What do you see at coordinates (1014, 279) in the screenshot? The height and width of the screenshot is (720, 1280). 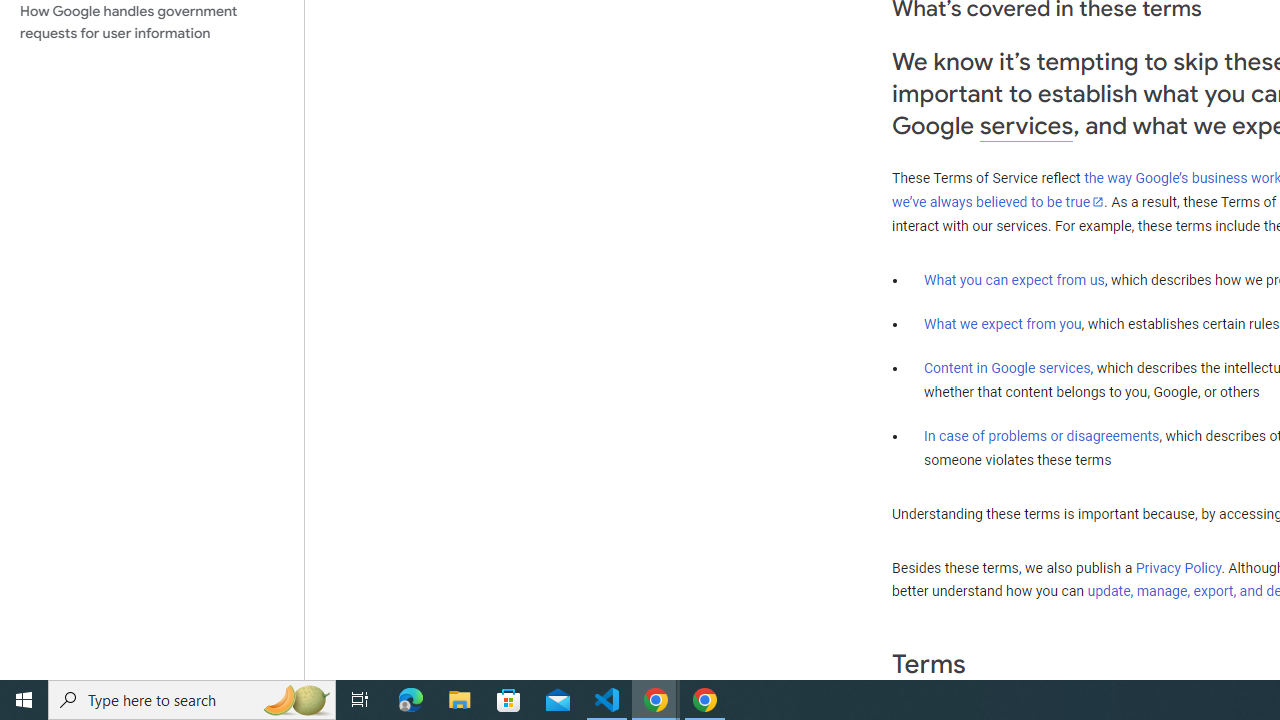 I see `'What you can expect from us'` at bounding box center [1014, 279].